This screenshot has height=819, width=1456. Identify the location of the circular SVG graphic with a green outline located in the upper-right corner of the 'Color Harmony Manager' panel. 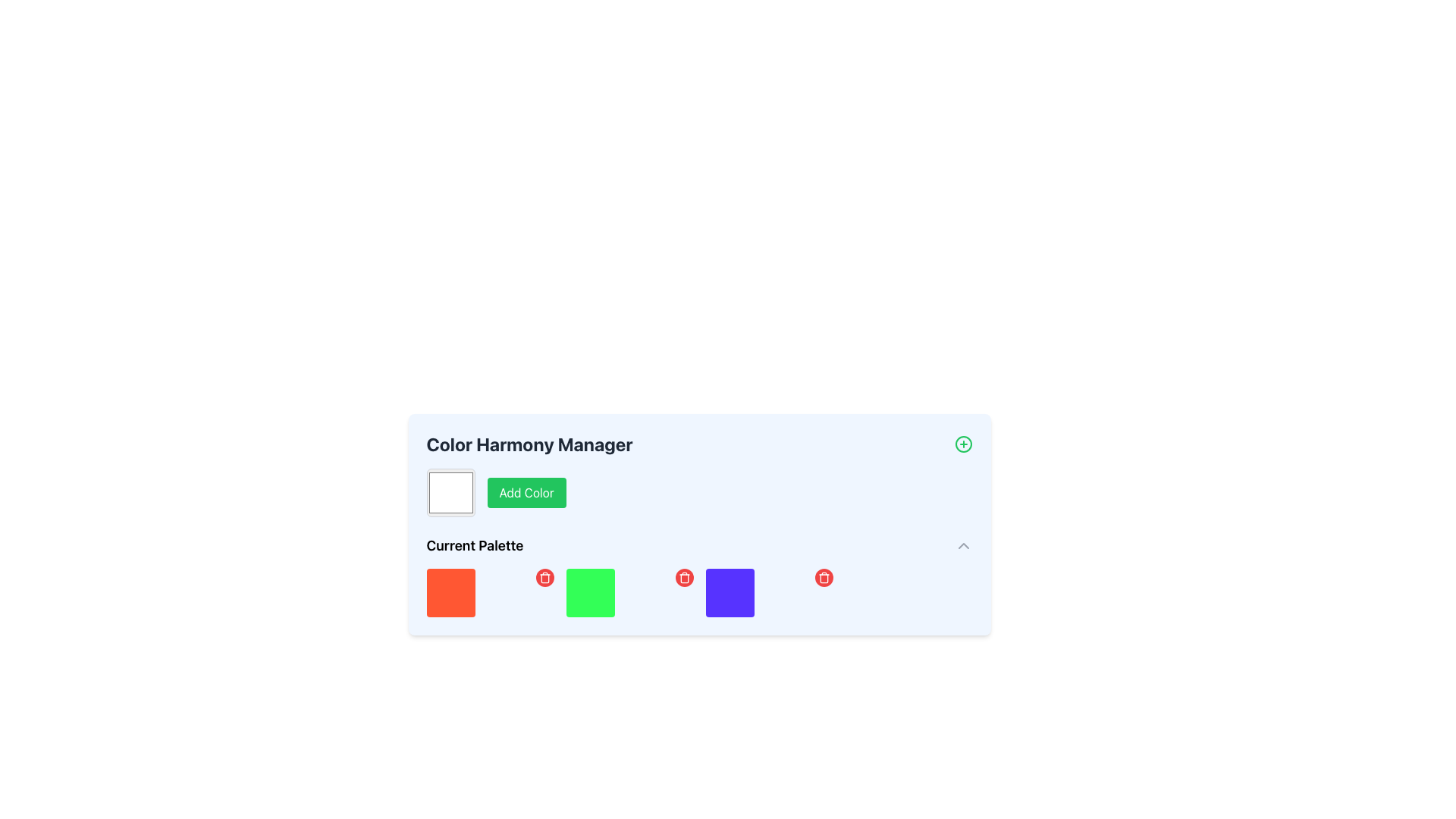
(962, 444).